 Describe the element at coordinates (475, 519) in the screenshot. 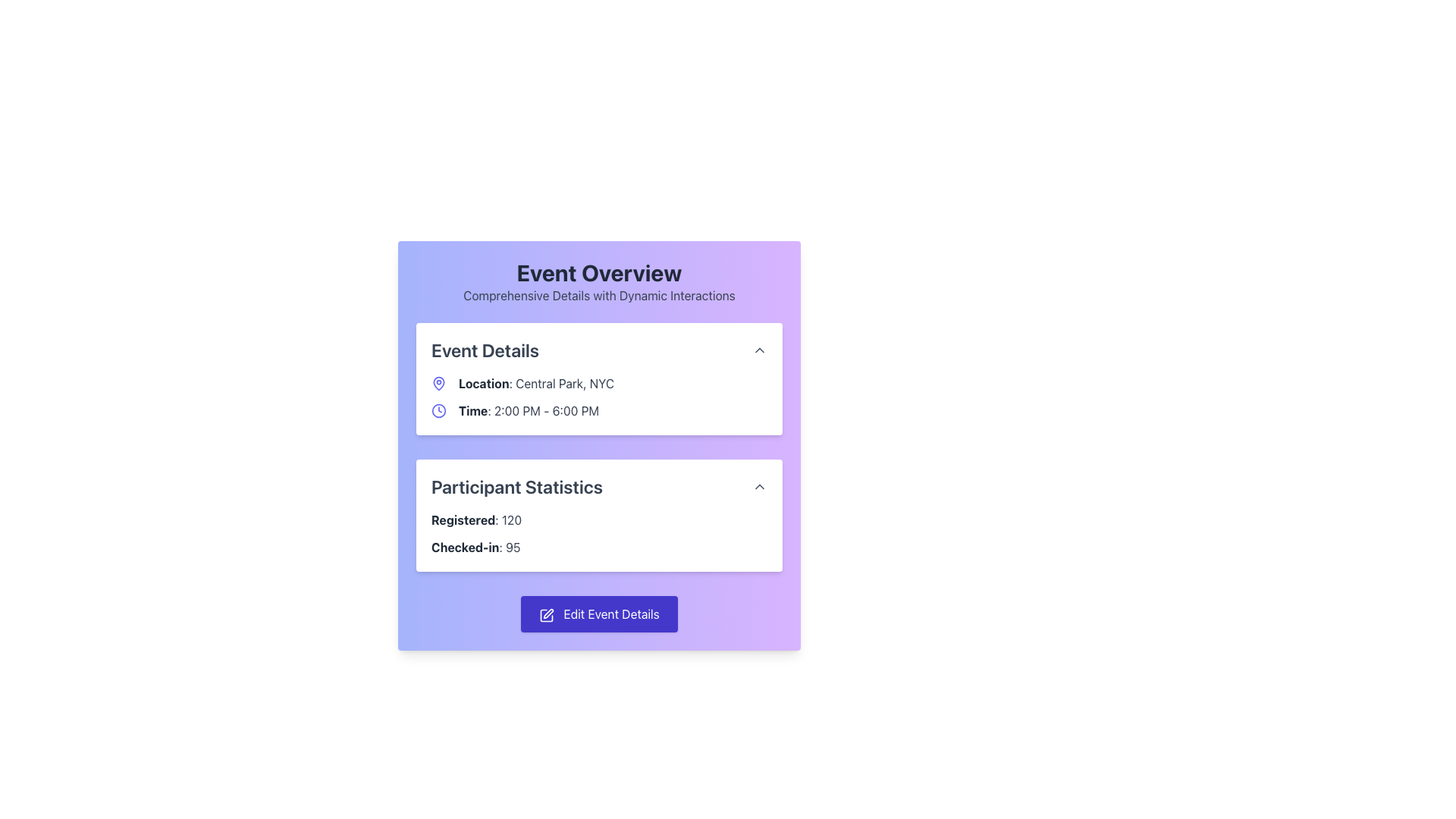

I see `the text label displaying 'Registered: 120' located in the Participant Statistics section` at that location.